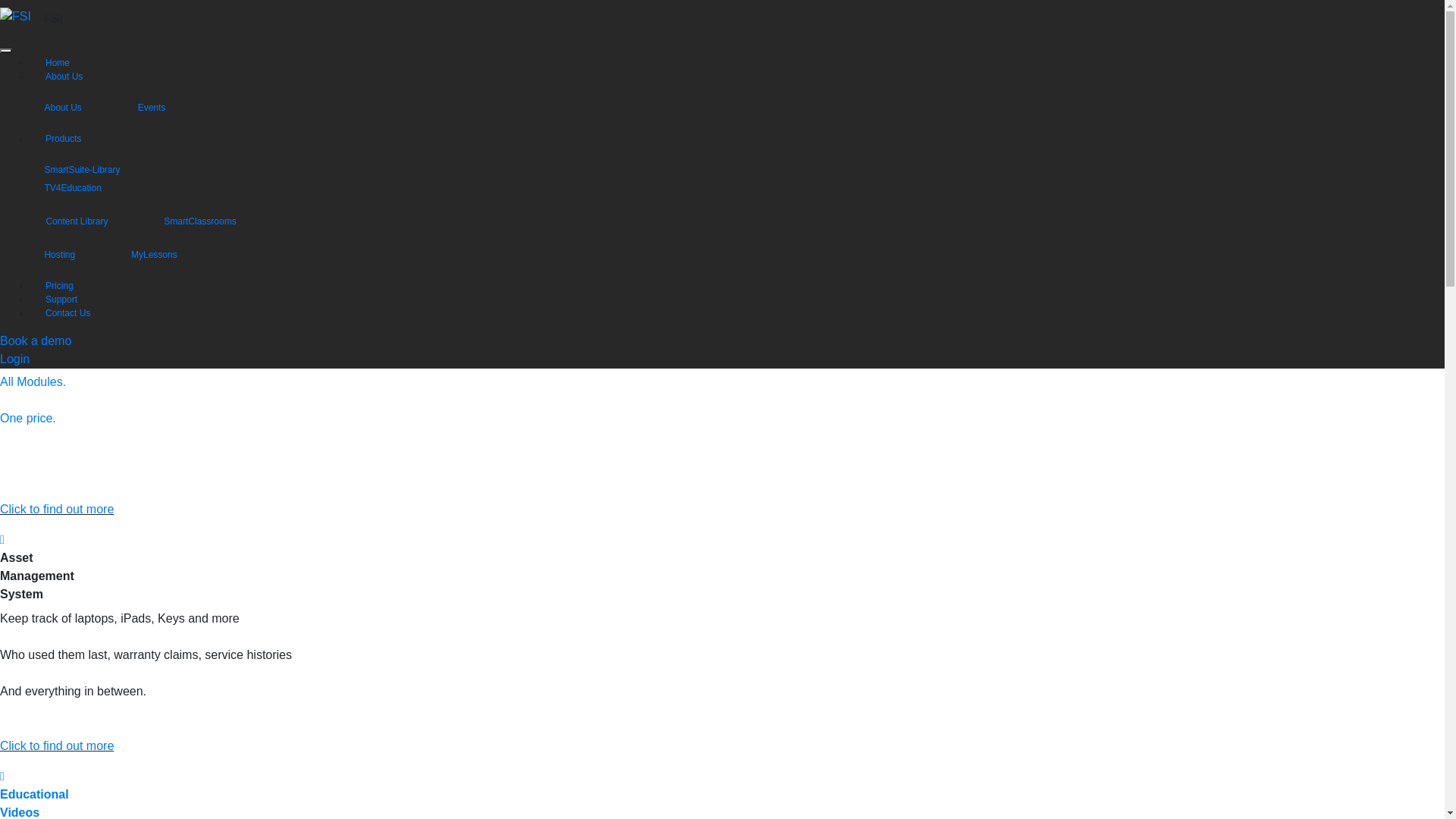  Describe the element at coordinates (86, 187) in the screenshot. I see `'TV4Education'` at that location.